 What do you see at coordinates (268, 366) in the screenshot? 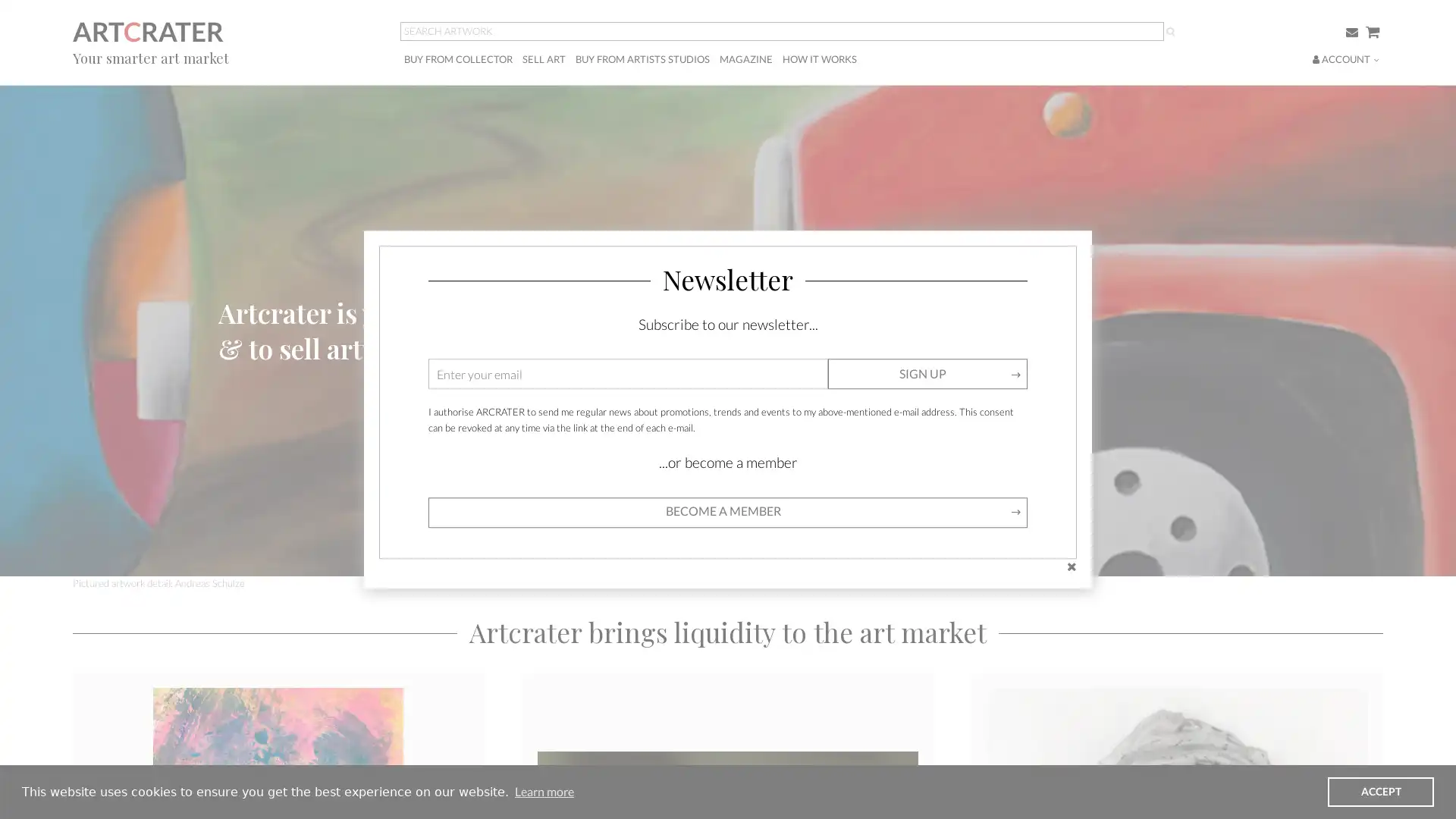
I see `BROWSE SALES` at bounding box center [268, 366].